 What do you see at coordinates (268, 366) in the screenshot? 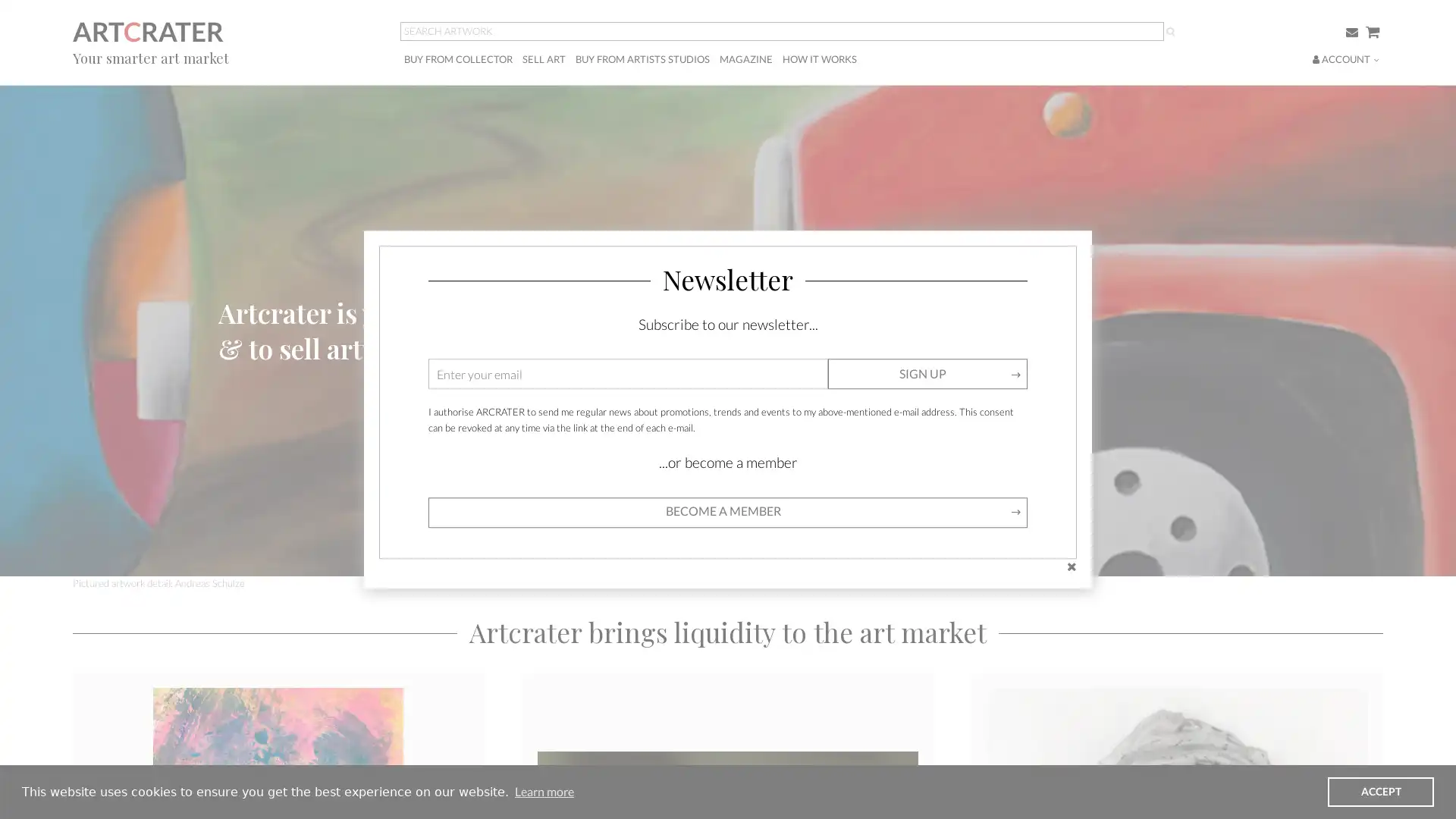
I see `BROWSE SALES` at bounding box center [268, 366].